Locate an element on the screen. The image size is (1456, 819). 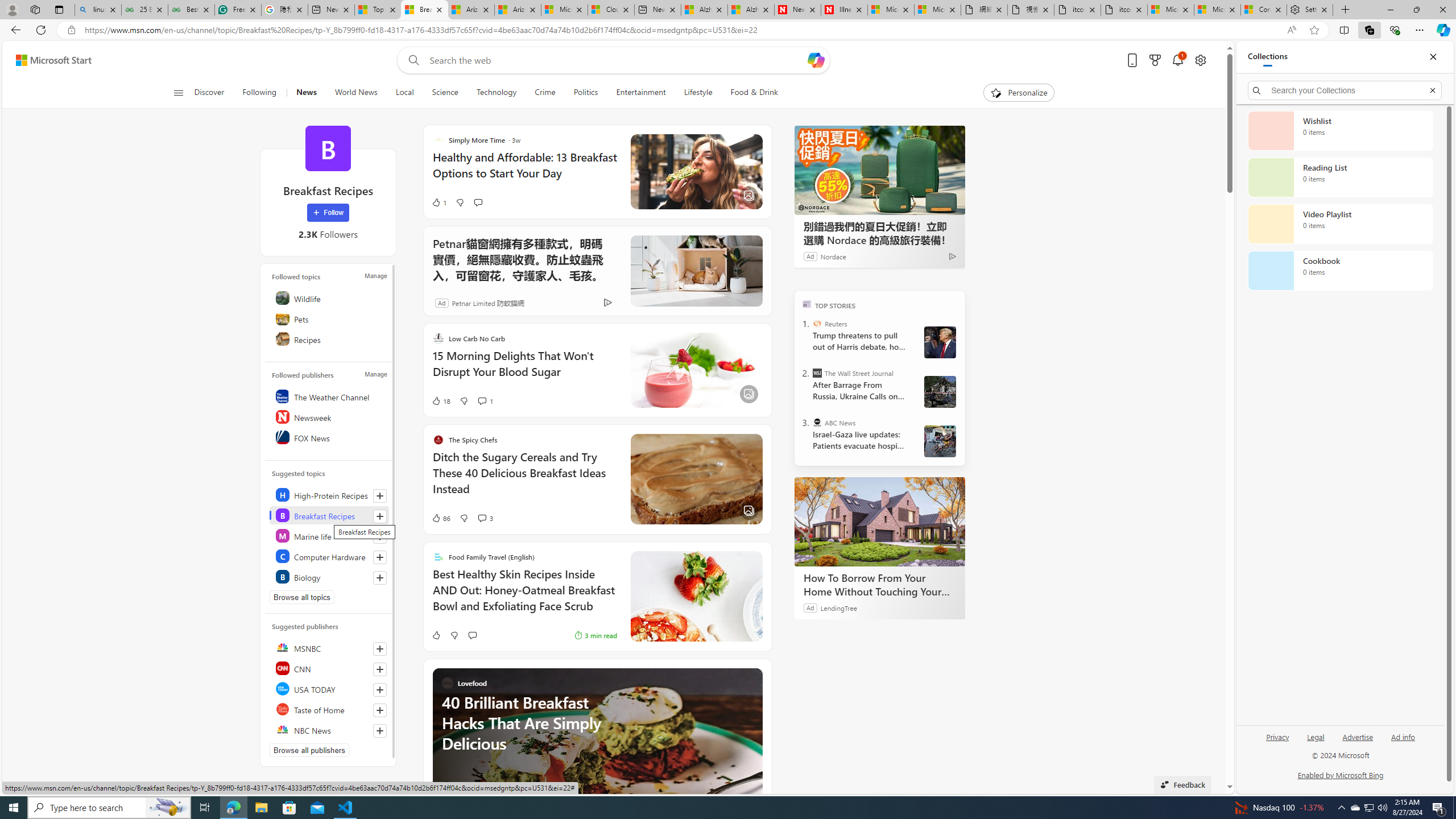
'Politics' is located at coordinates (586, 92).